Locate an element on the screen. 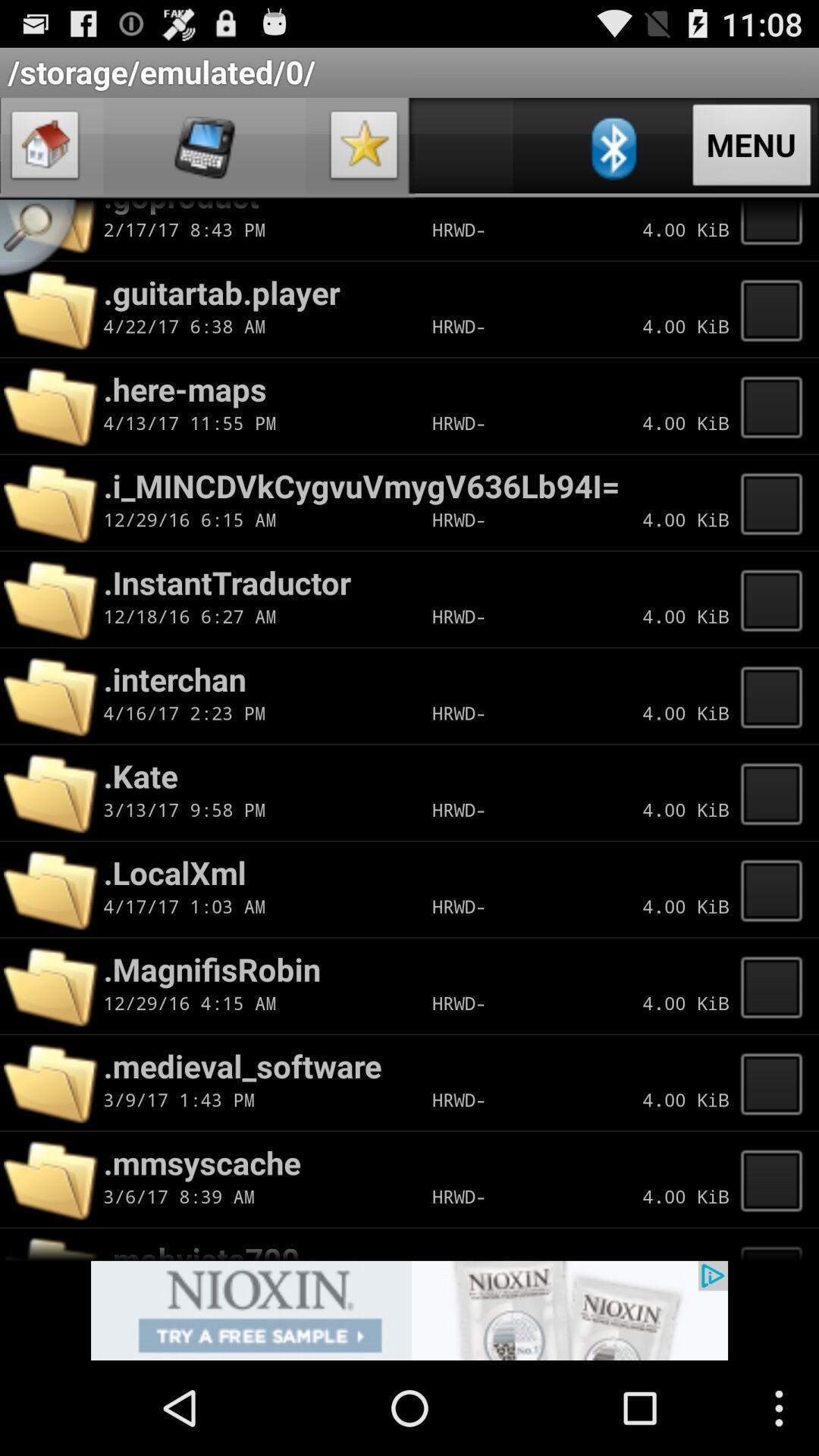  file is located at coordinates (776, 229).